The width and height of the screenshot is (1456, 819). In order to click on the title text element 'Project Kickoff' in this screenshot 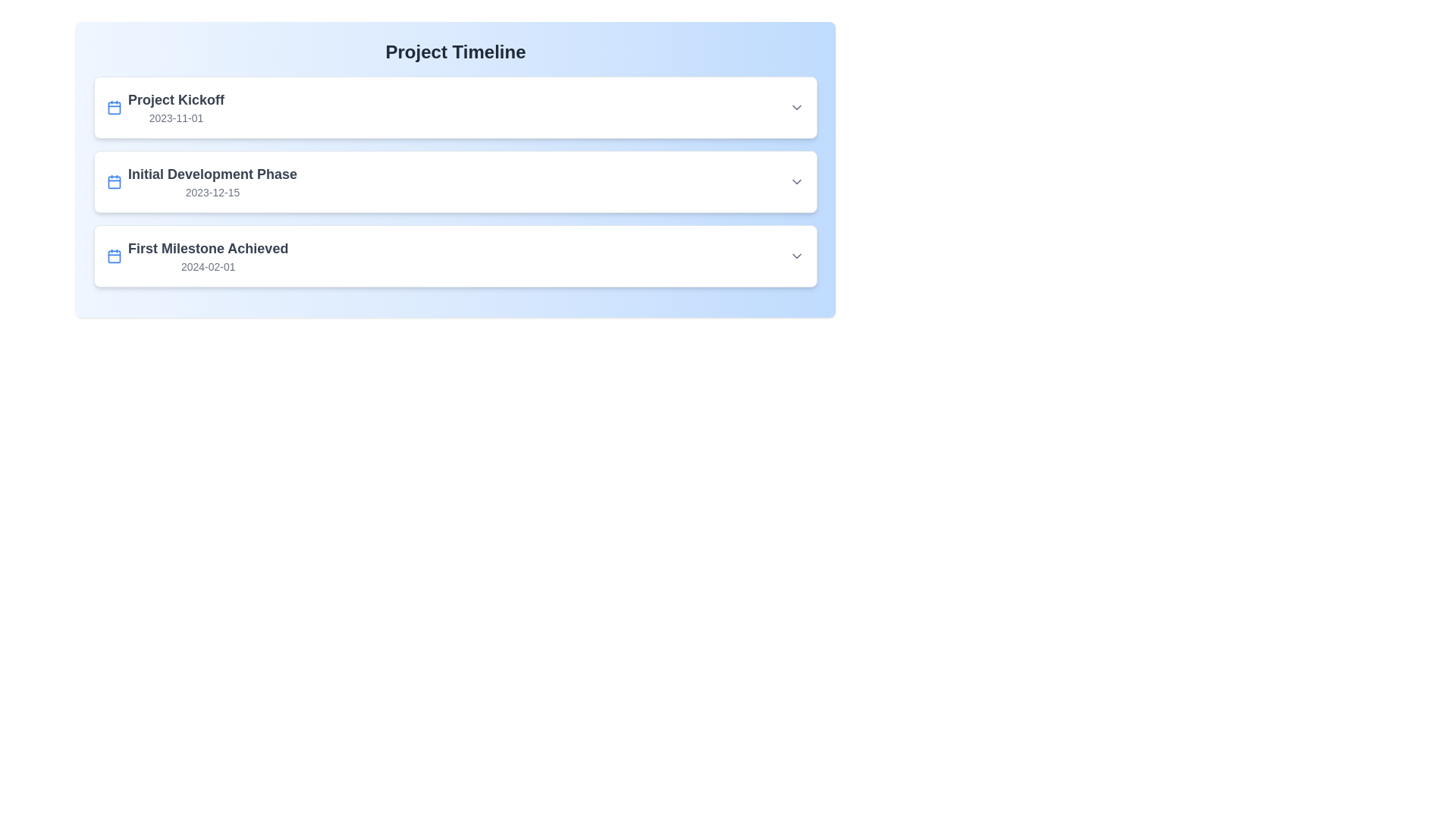, I will do `click(176, 99)`.